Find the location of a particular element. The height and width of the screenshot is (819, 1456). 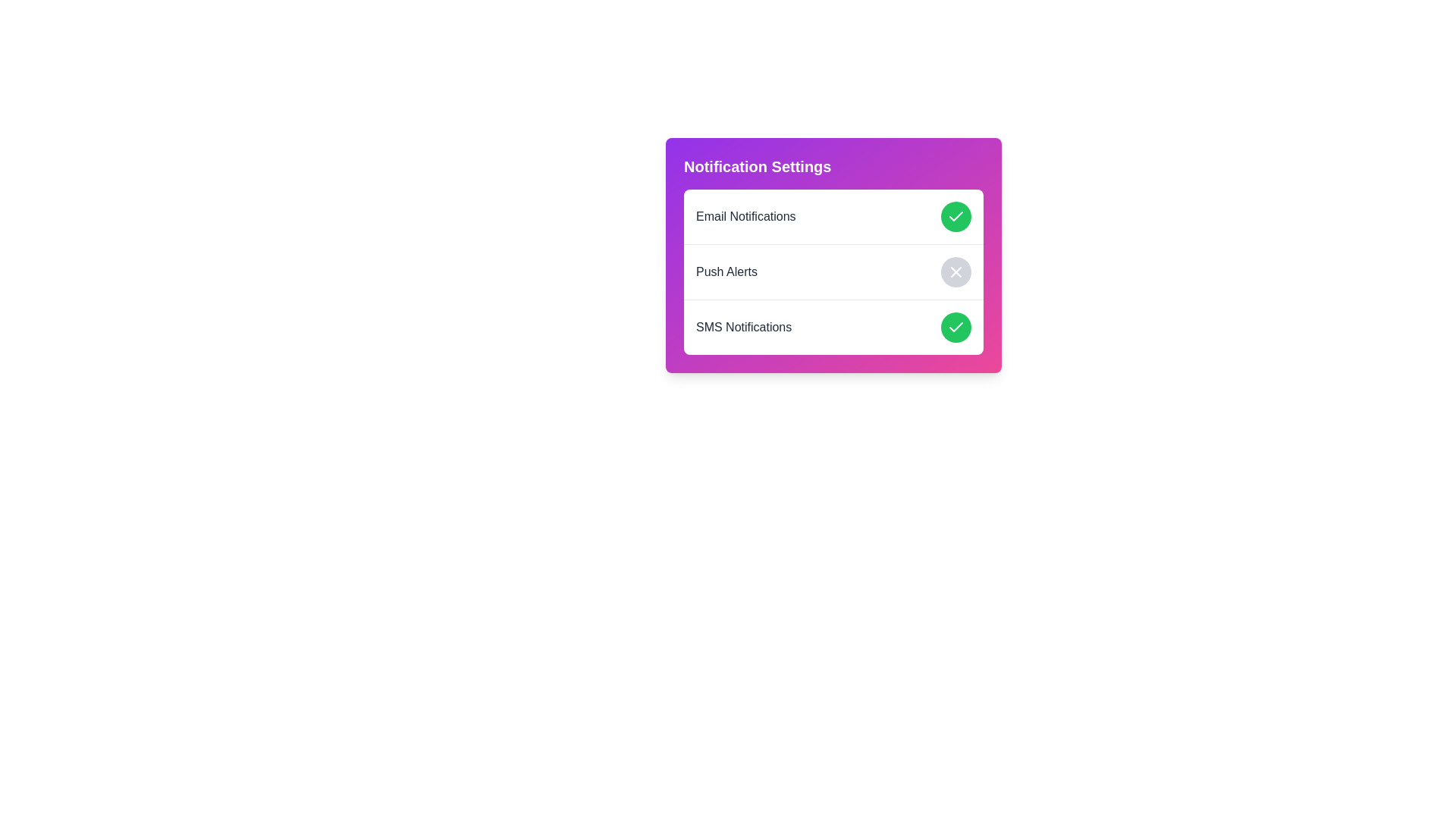

the 'Notification Settings' text label, which is styled with a bold font and white color, located at the top-center of the purple gradient header is located at coordinates (758, 166).